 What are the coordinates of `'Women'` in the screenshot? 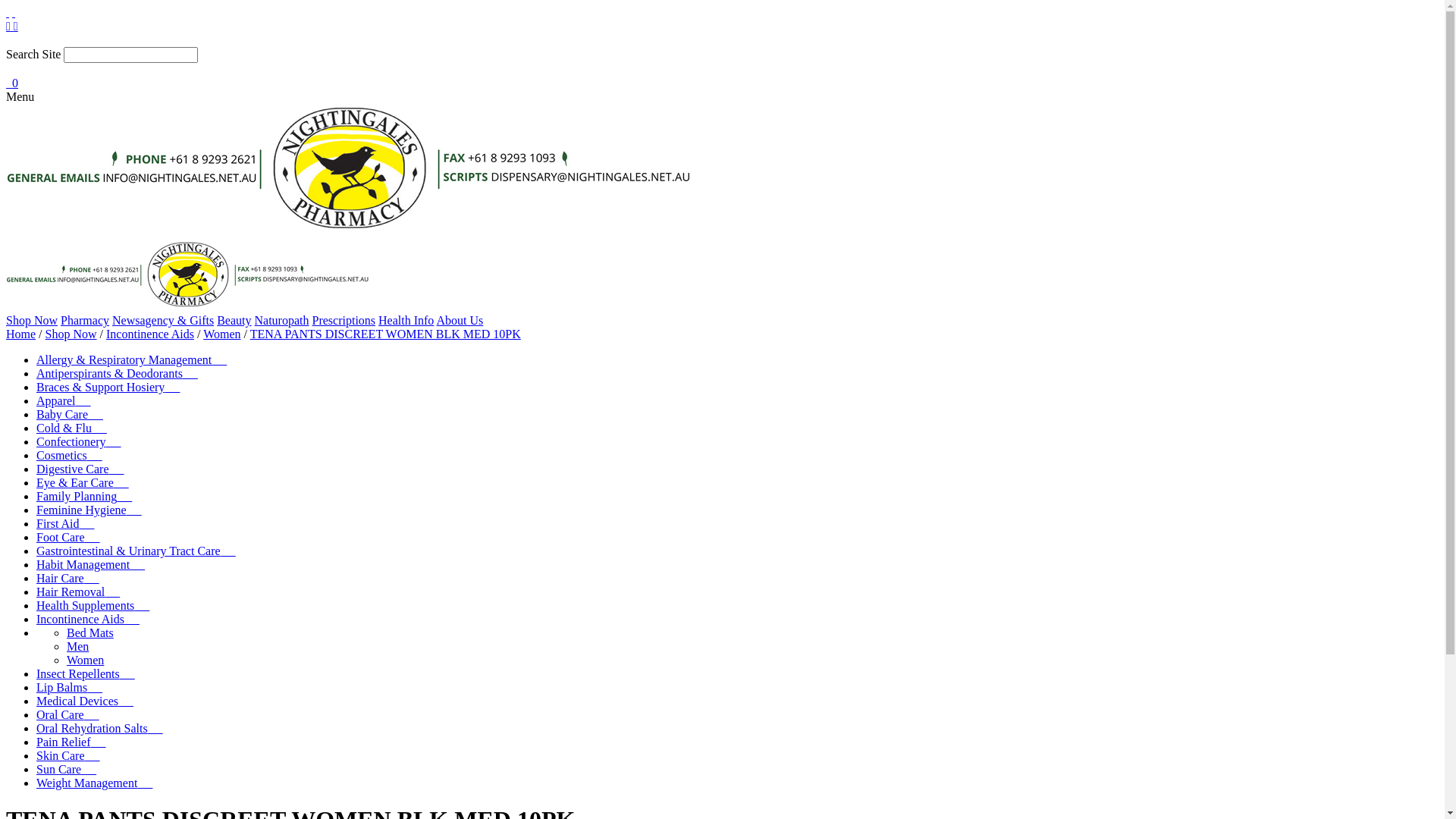 It's located at (221, 333).